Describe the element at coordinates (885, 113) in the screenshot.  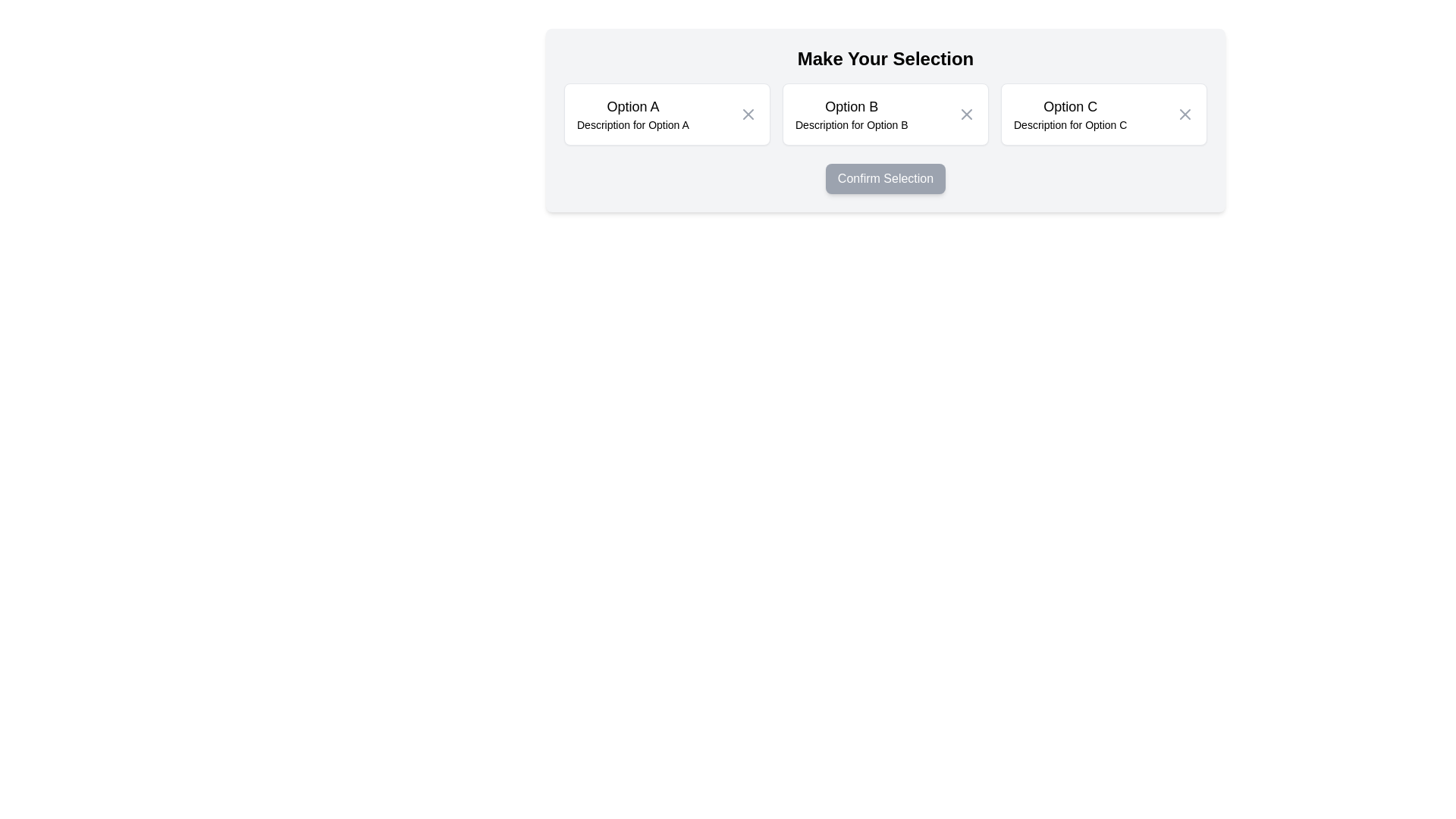
I see `'Option B', the second selectable choice` at that location.